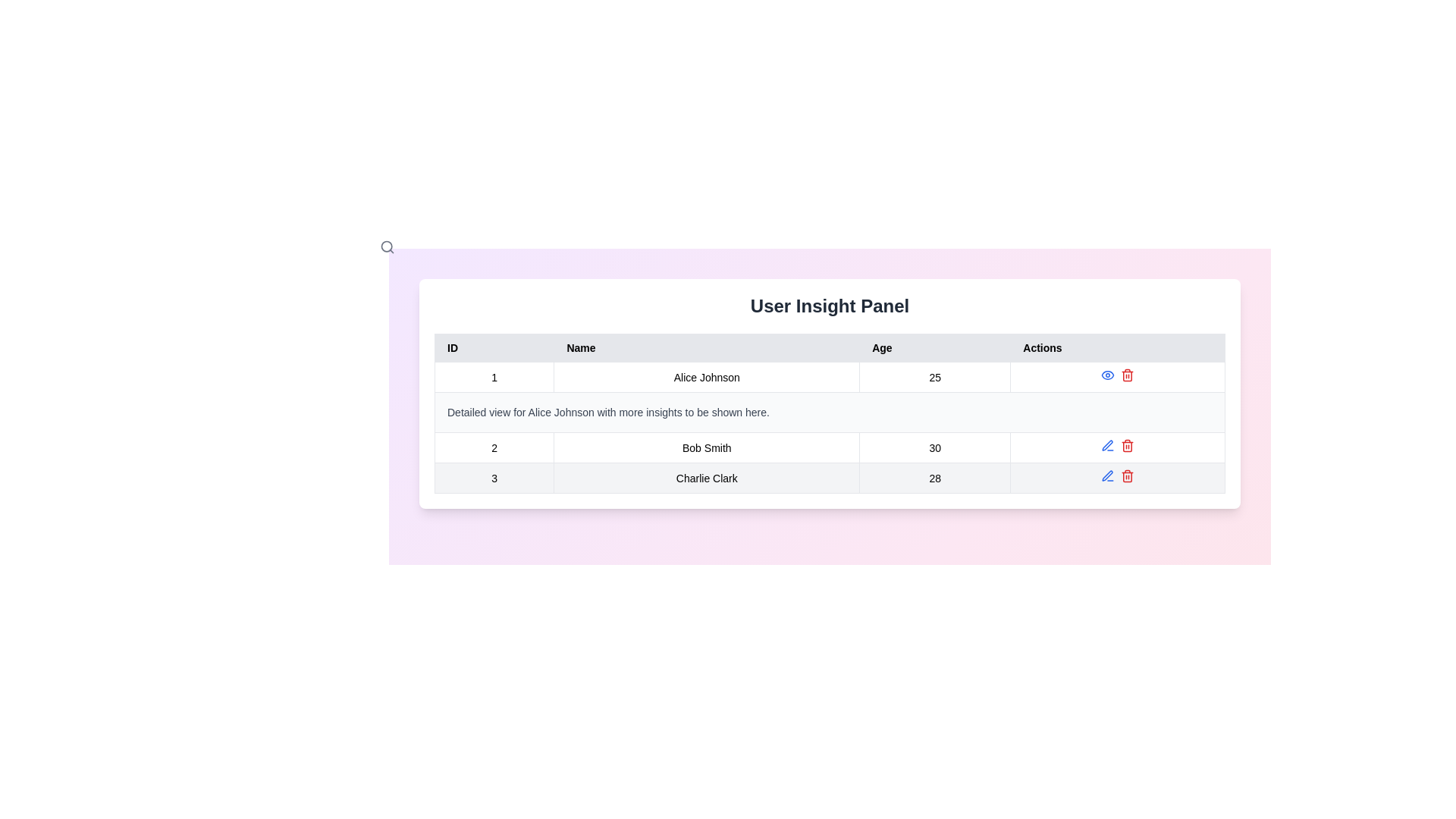  Describe the element at coordinates (1118, 376) in the screenshot. I see `the red trash bin icon located in the 'Actions' column of the first row of the table for 'Alice Johnson'` at that location.